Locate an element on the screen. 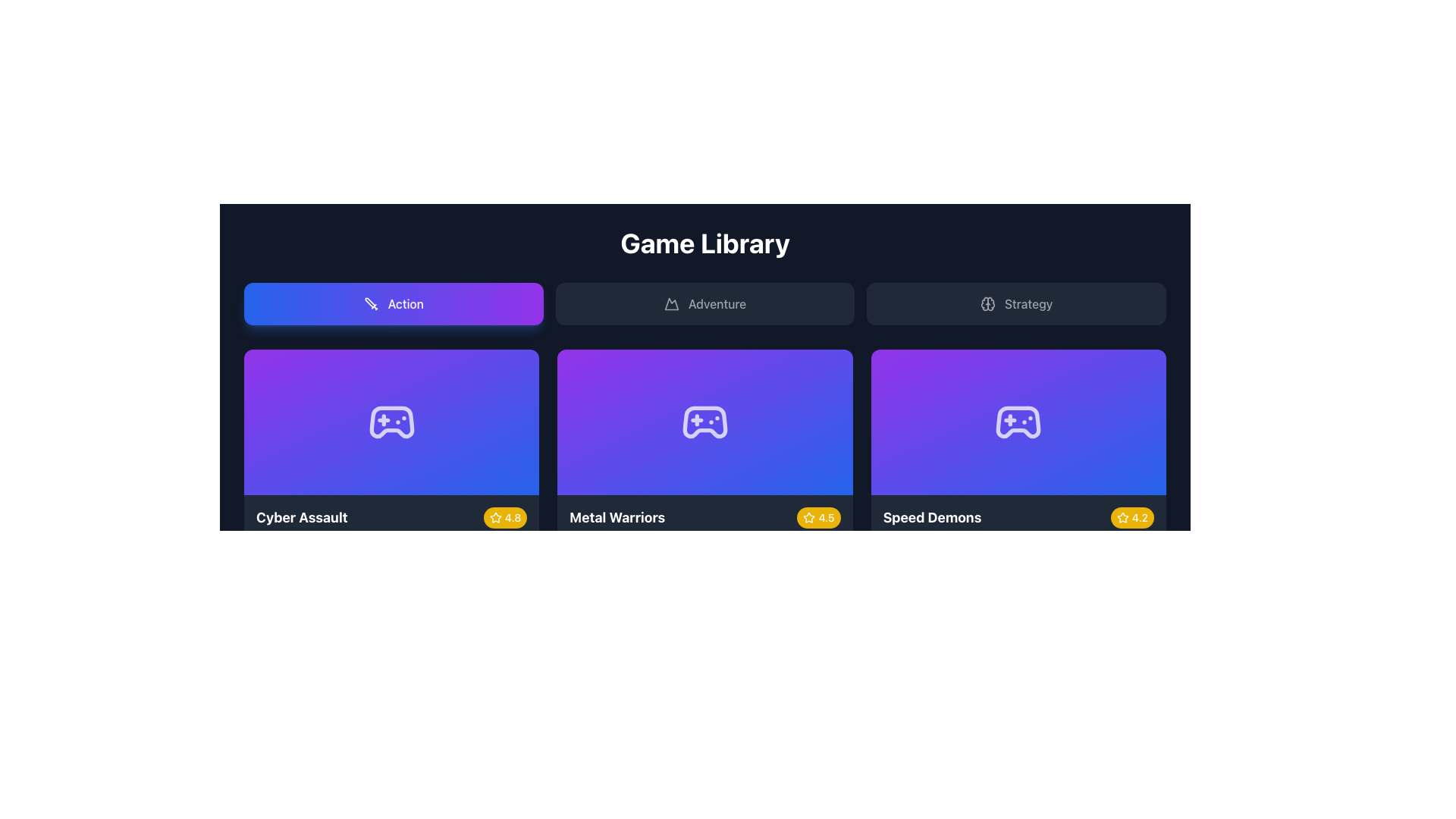 The height and width of the screenshot is (819, 1456). the 'Adventure' category icon located in the middle of the top row, which is the first icon within the 'Adventure' button, positioned left of the button label text is located at coordinates (670, 304).